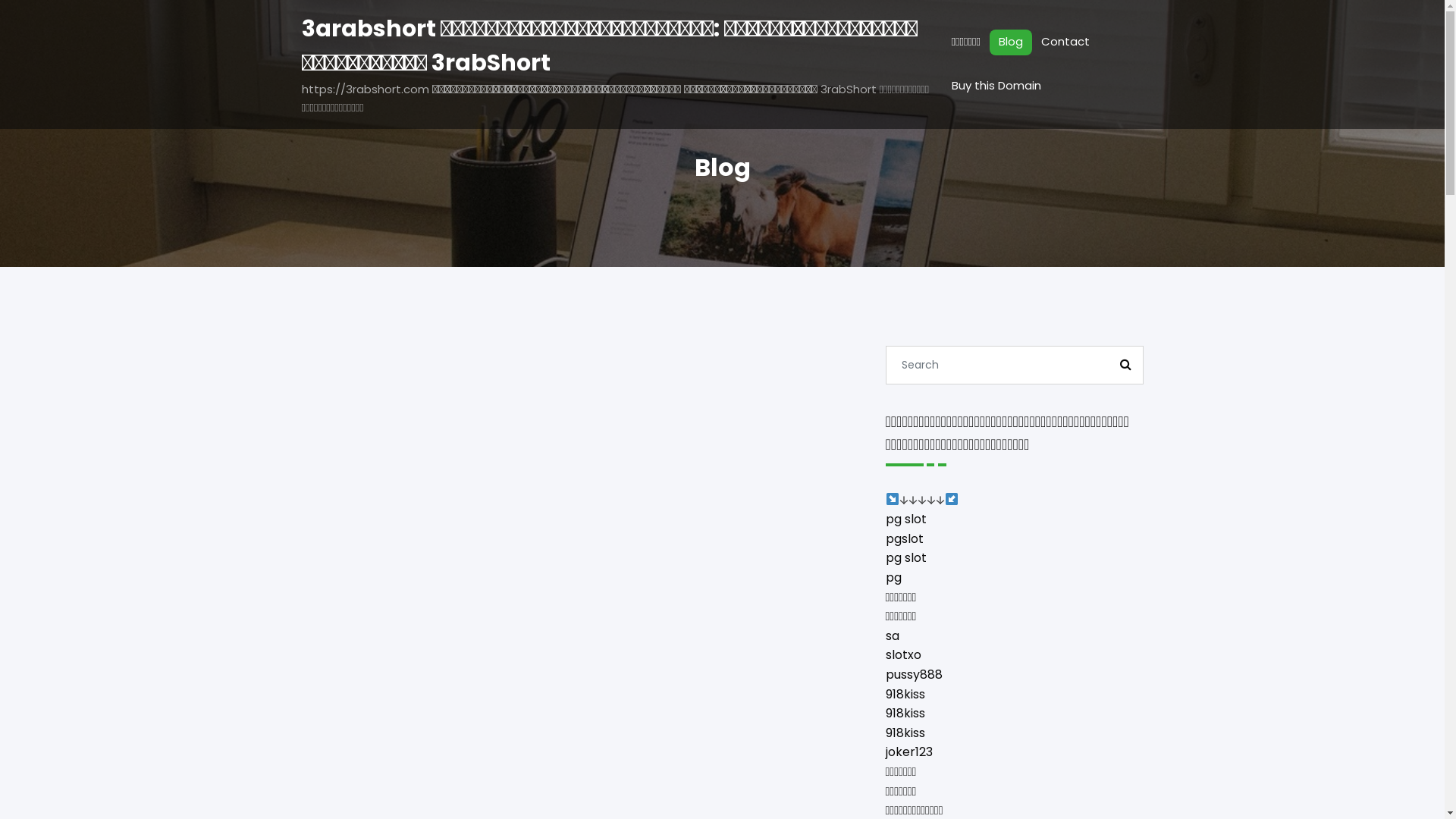 Image resolution: width=1456 pixels, height=819 pixels. Describe the element at coordinates (906, 557) in the screenshot. I see `'pg slot'` at that location.